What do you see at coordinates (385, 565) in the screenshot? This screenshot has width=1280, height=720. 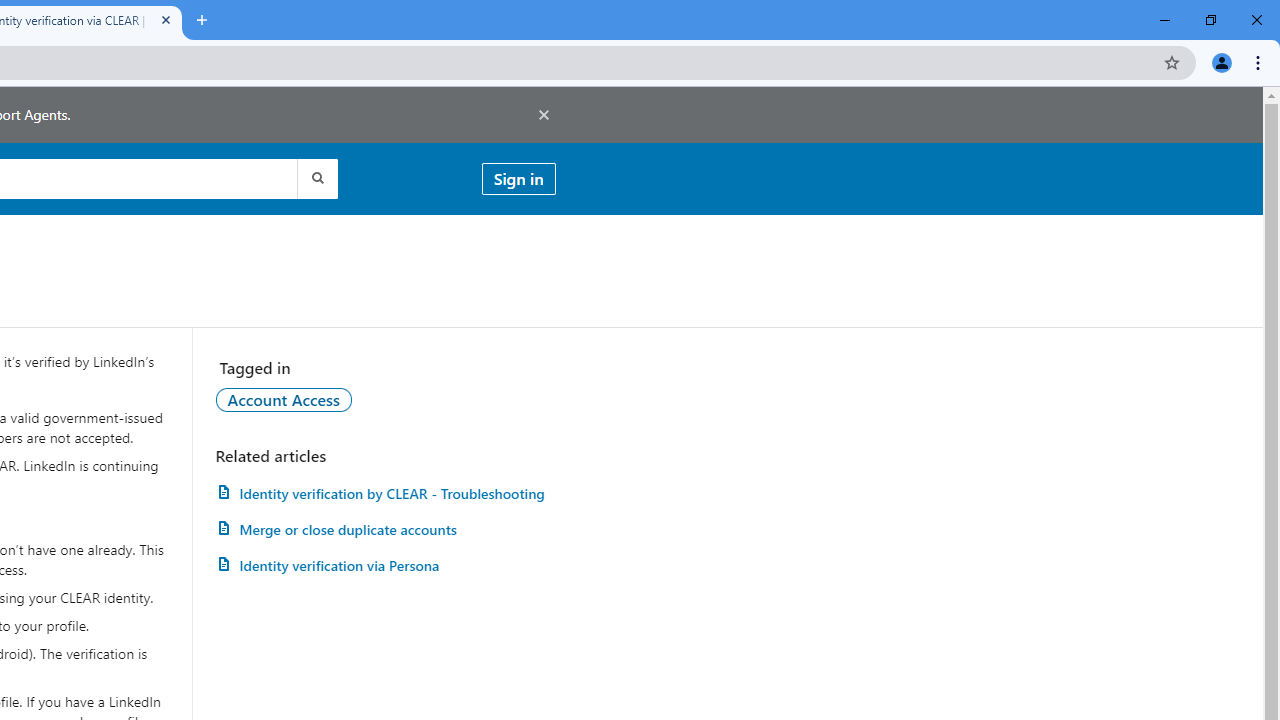 I see `'Identity verification via Persona'` at bounding box center [385, 565].